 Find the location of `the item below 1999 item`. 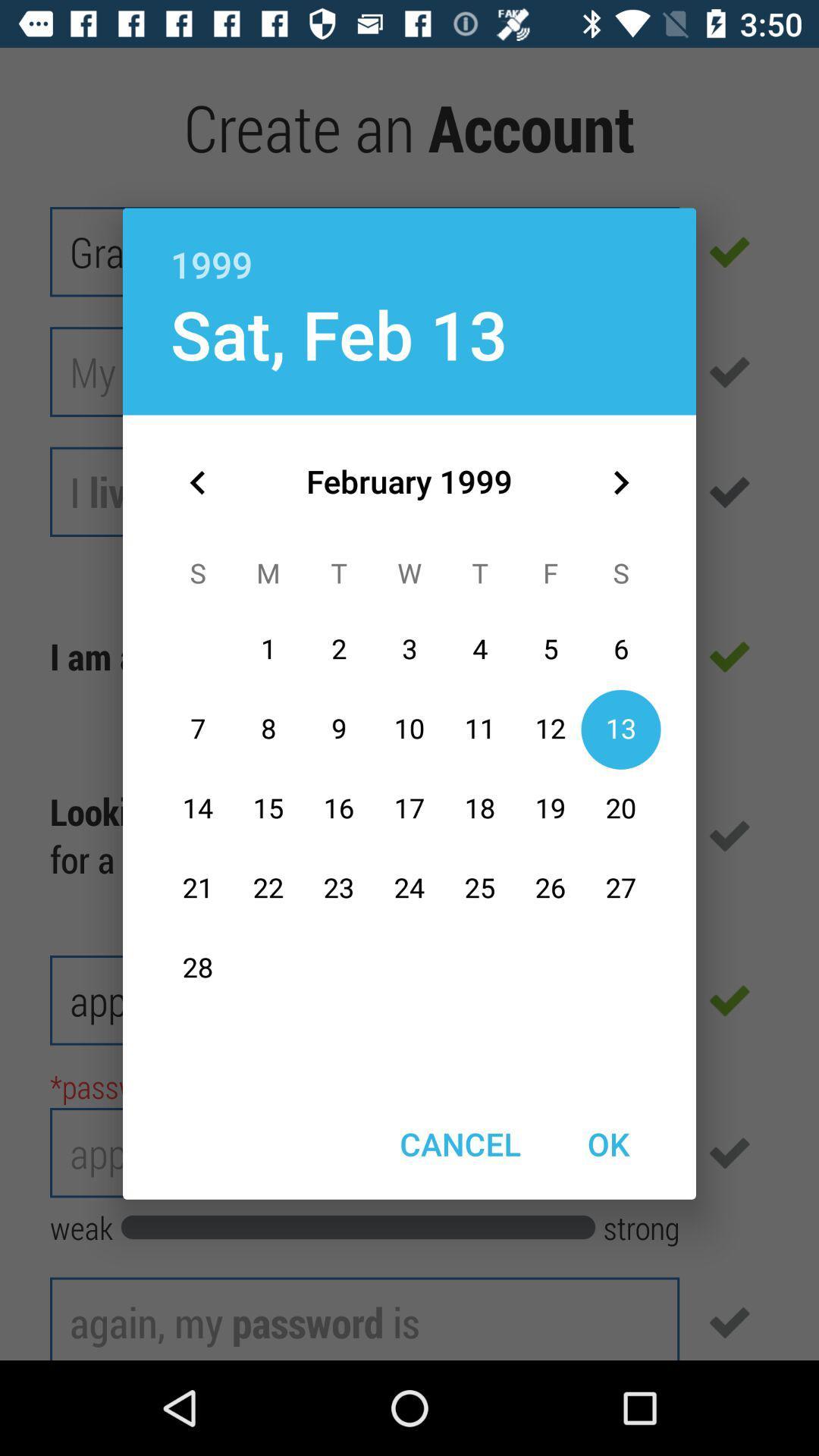

the item below 1999 item is located at coordinates (620, 482).